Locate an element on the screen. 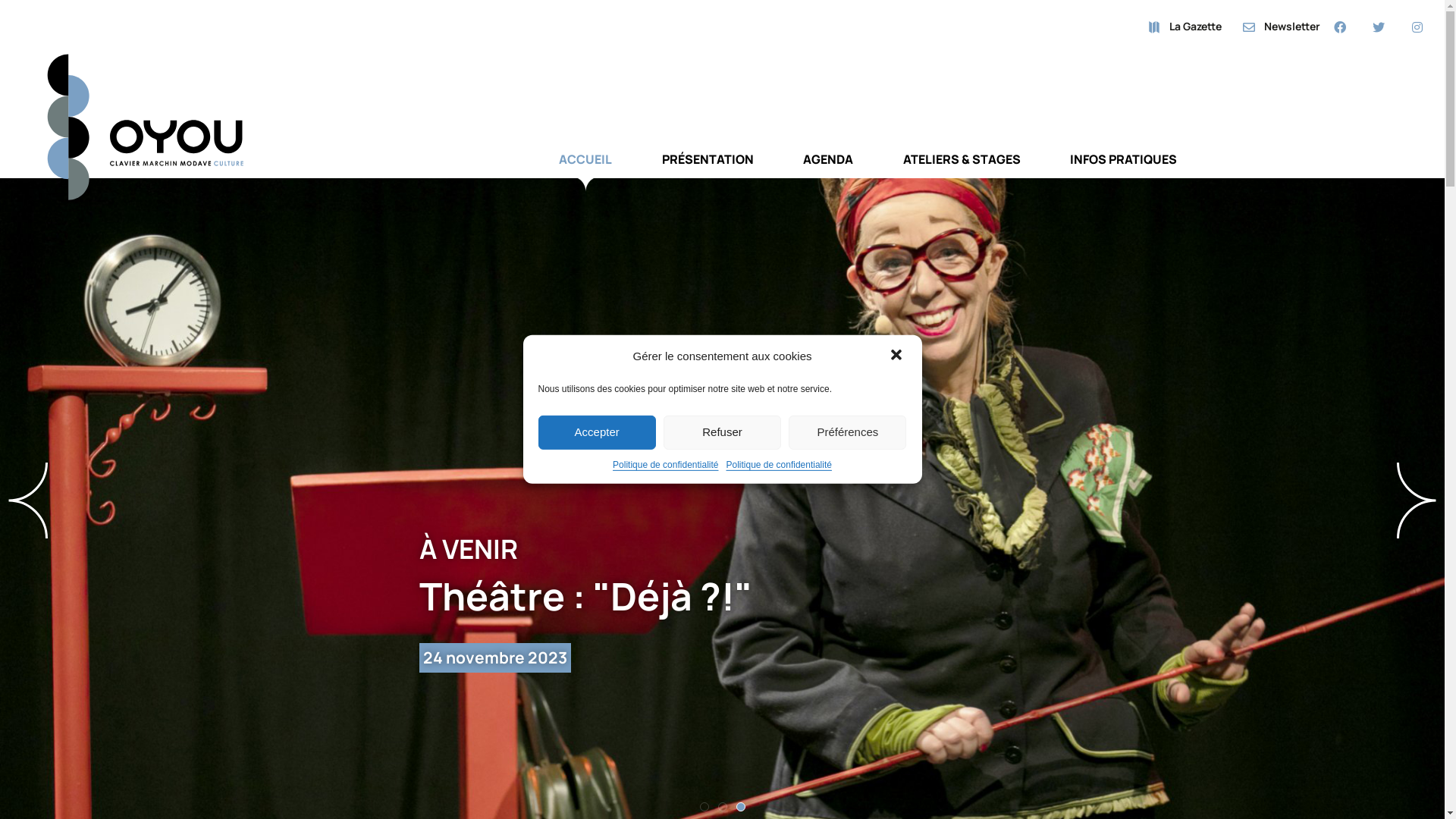 This screenshot has height=819, width=1456. 'Refuser' is located at coordinates (721, 432).